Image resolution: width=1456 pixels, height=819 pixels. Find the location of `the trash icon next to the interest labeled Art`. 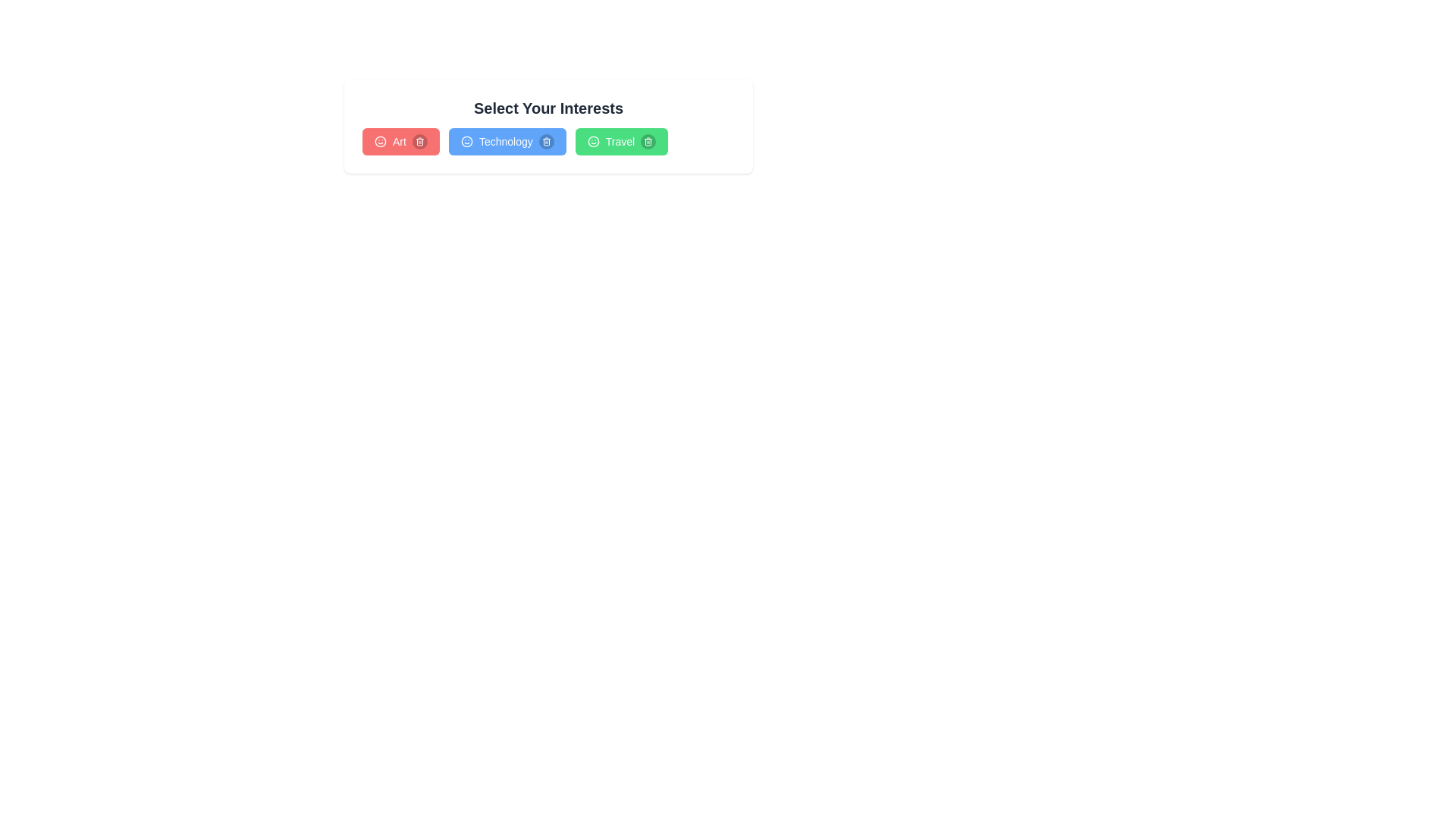

the trash icon next to the interest labeled Art is located at coordinates (419, 141).